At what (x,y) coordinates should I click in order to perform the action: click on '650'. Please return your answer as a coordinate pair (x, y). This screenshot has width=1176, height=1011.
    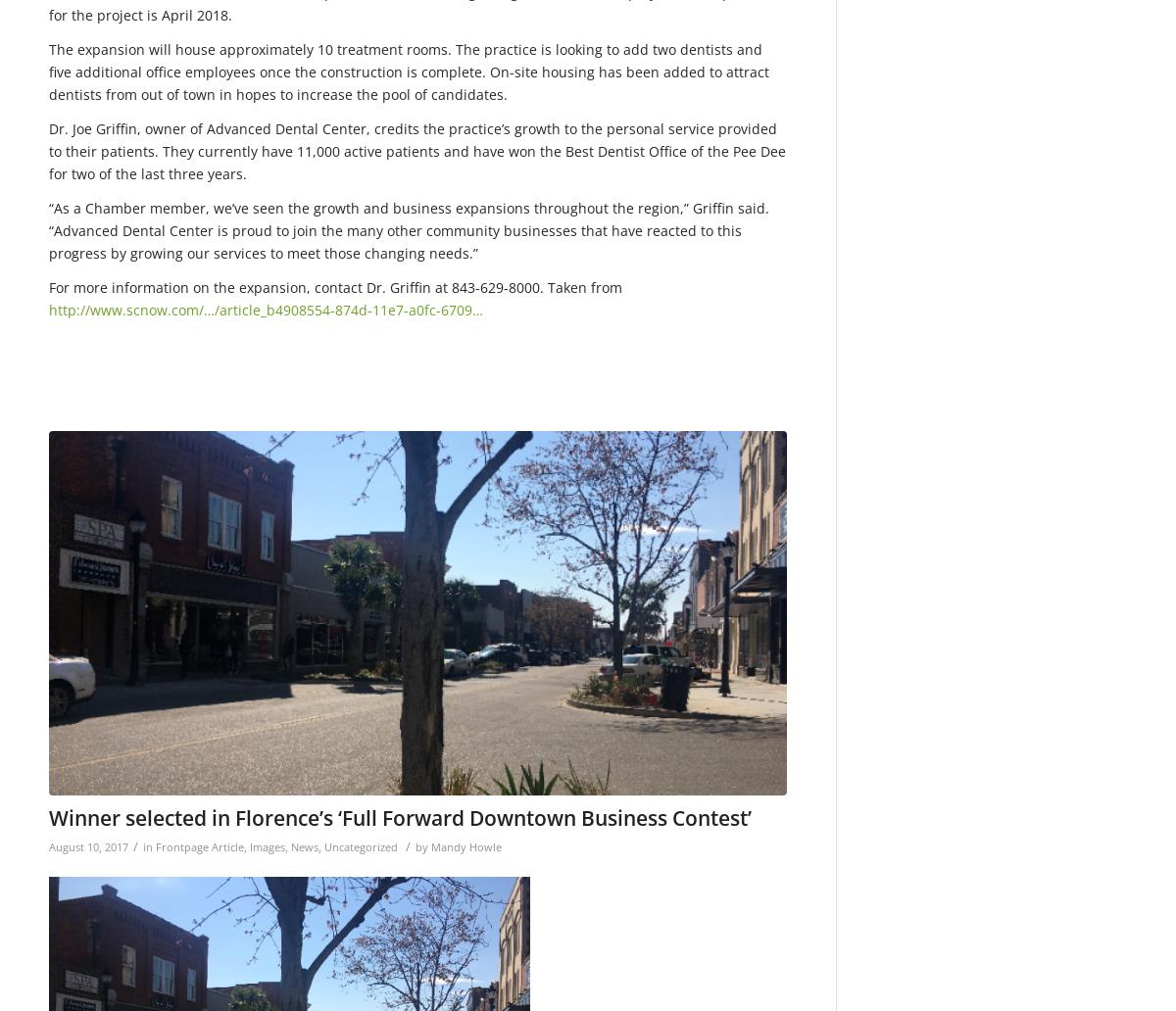
    Looking at the image, I should click on (682, 441).